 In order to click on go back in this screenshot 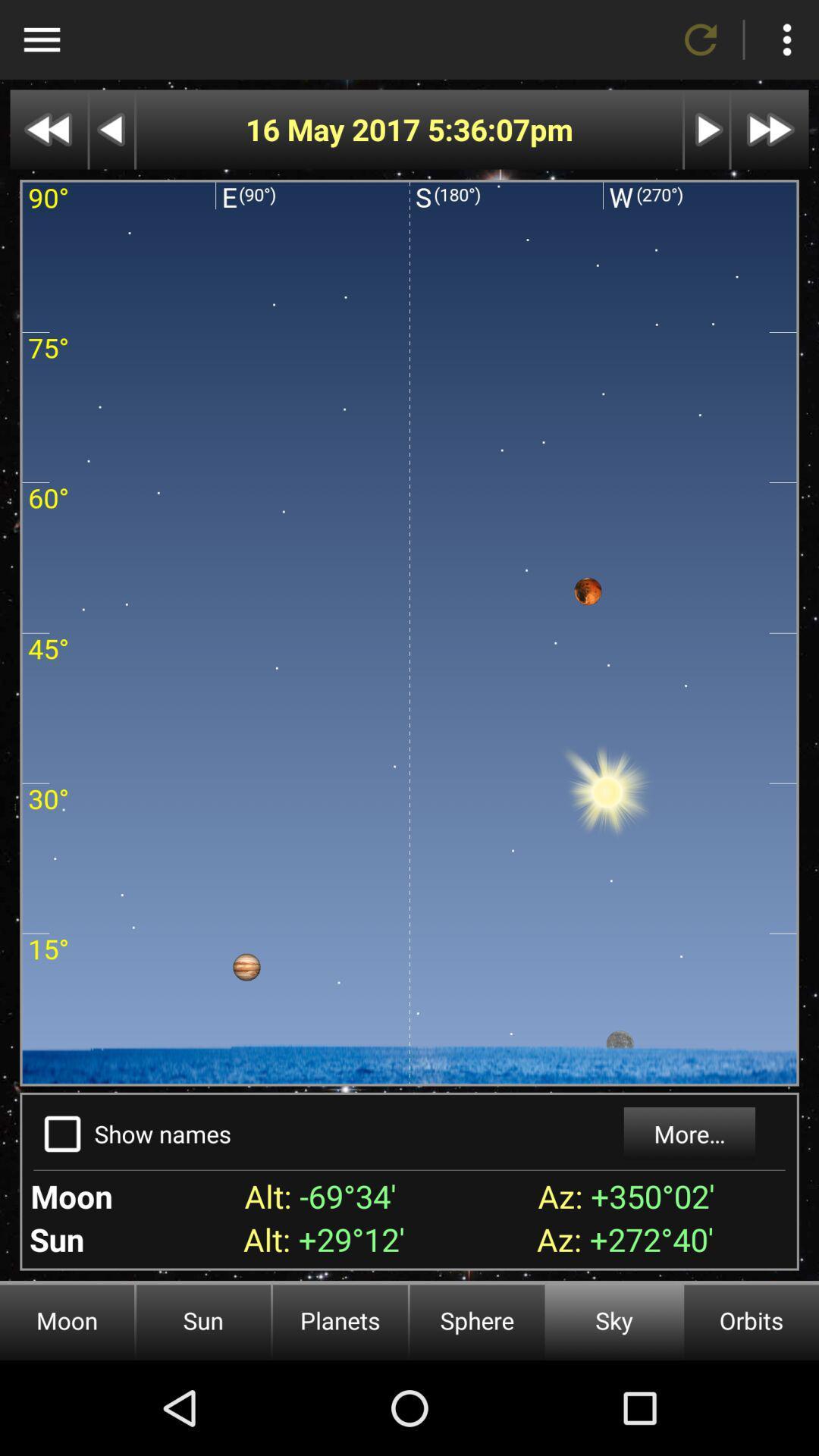, I will do `click(48, 130)`.